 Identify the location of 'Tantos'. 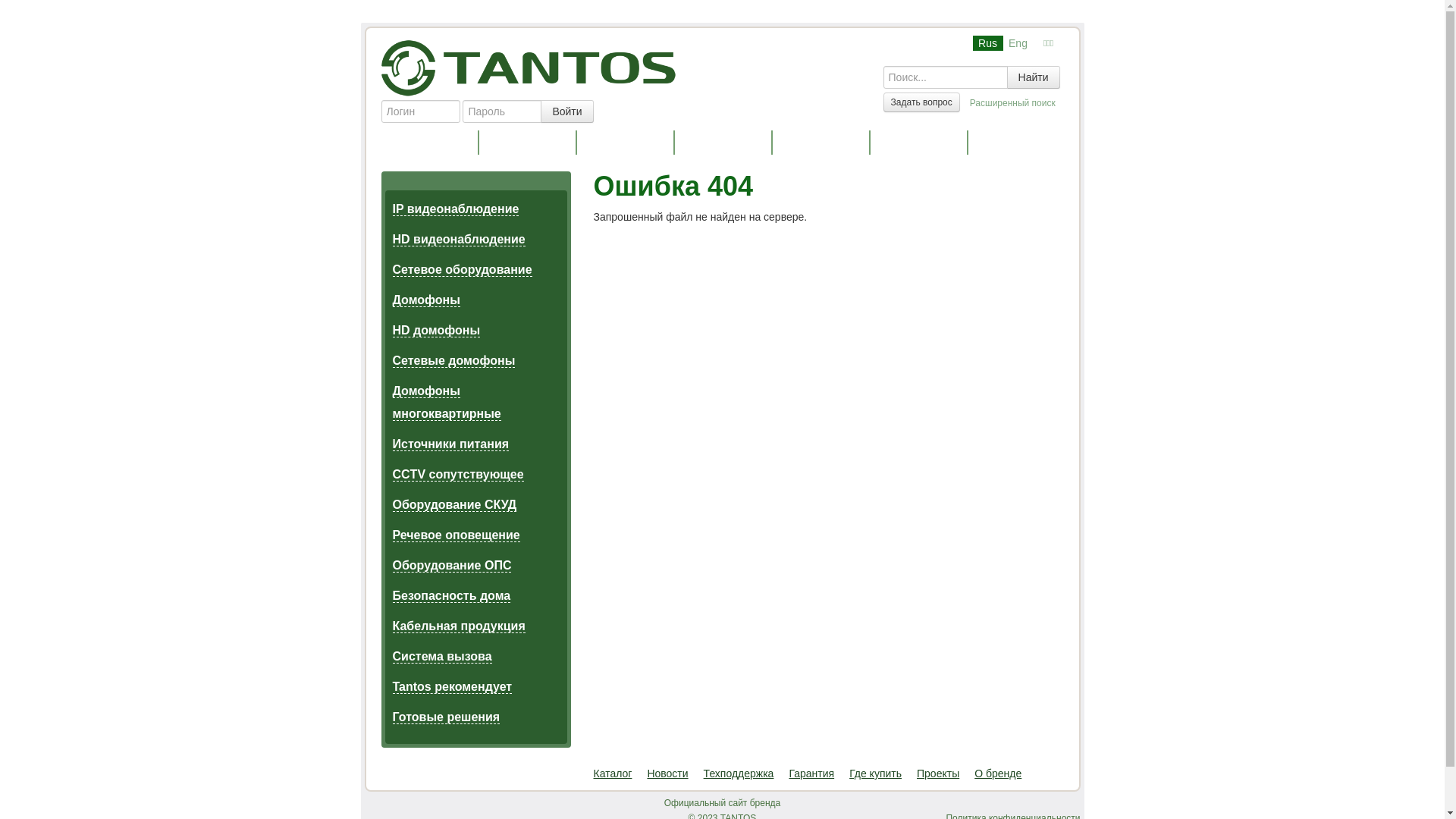
(529, 66).